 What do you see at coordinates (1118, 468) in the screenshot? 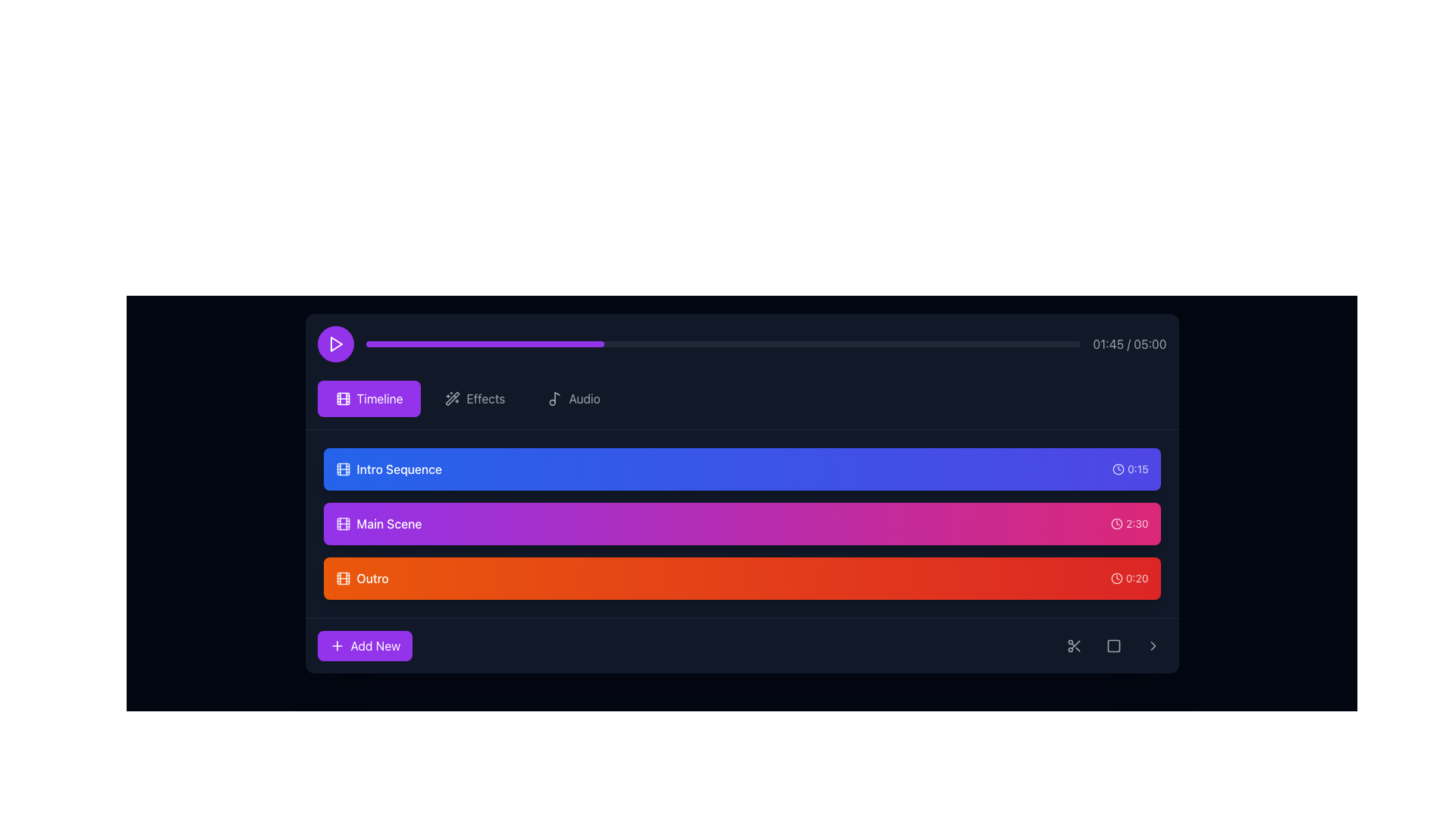
I see `the time-related icon located to the left of the text '0:15', associated with the 'Intro Sequence' item in the list` at bounding box center [1118, 468].